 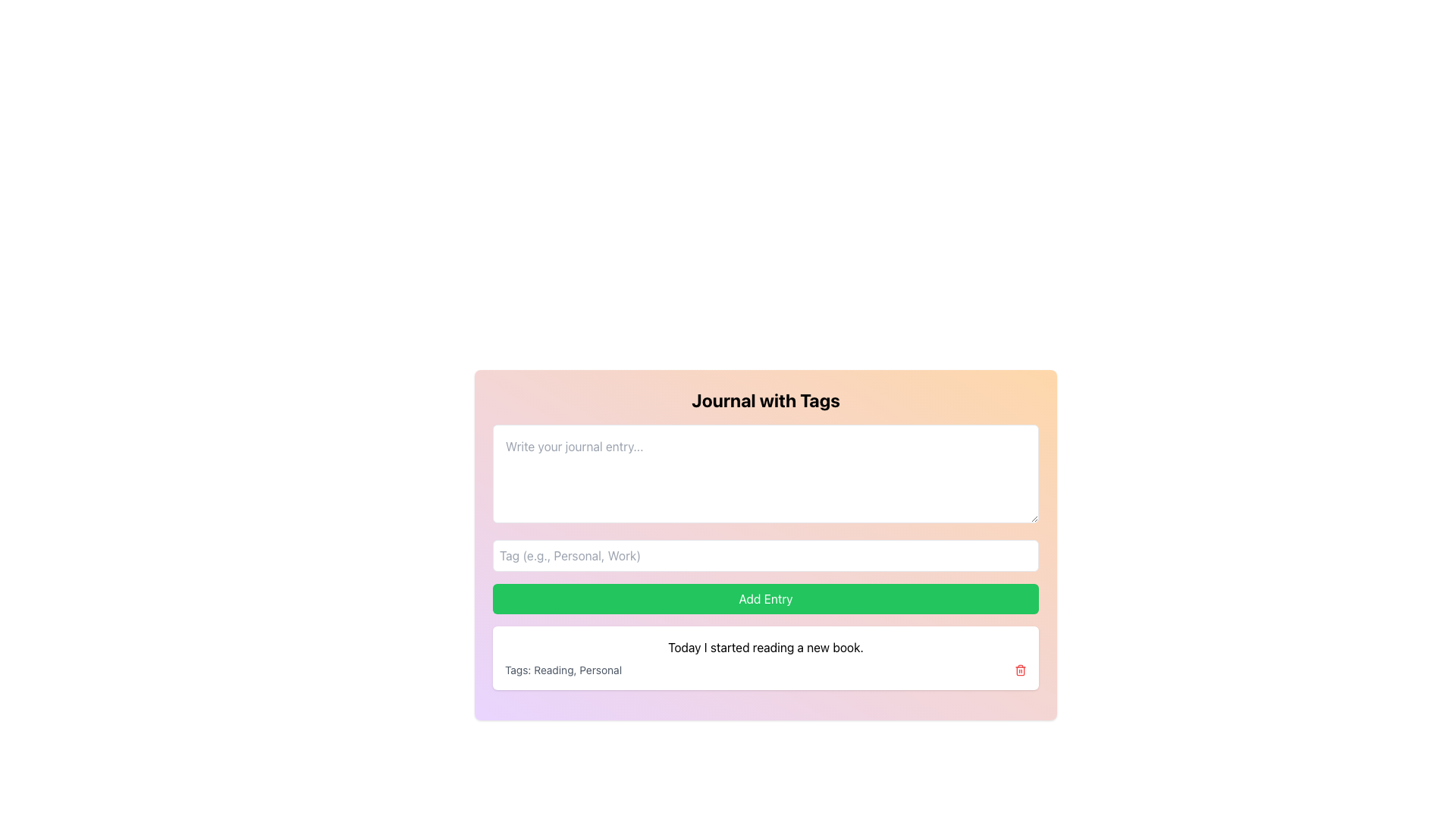 I want to click on the red trash bin icon button that resembles a delete button, so click(x=1020, y=669).